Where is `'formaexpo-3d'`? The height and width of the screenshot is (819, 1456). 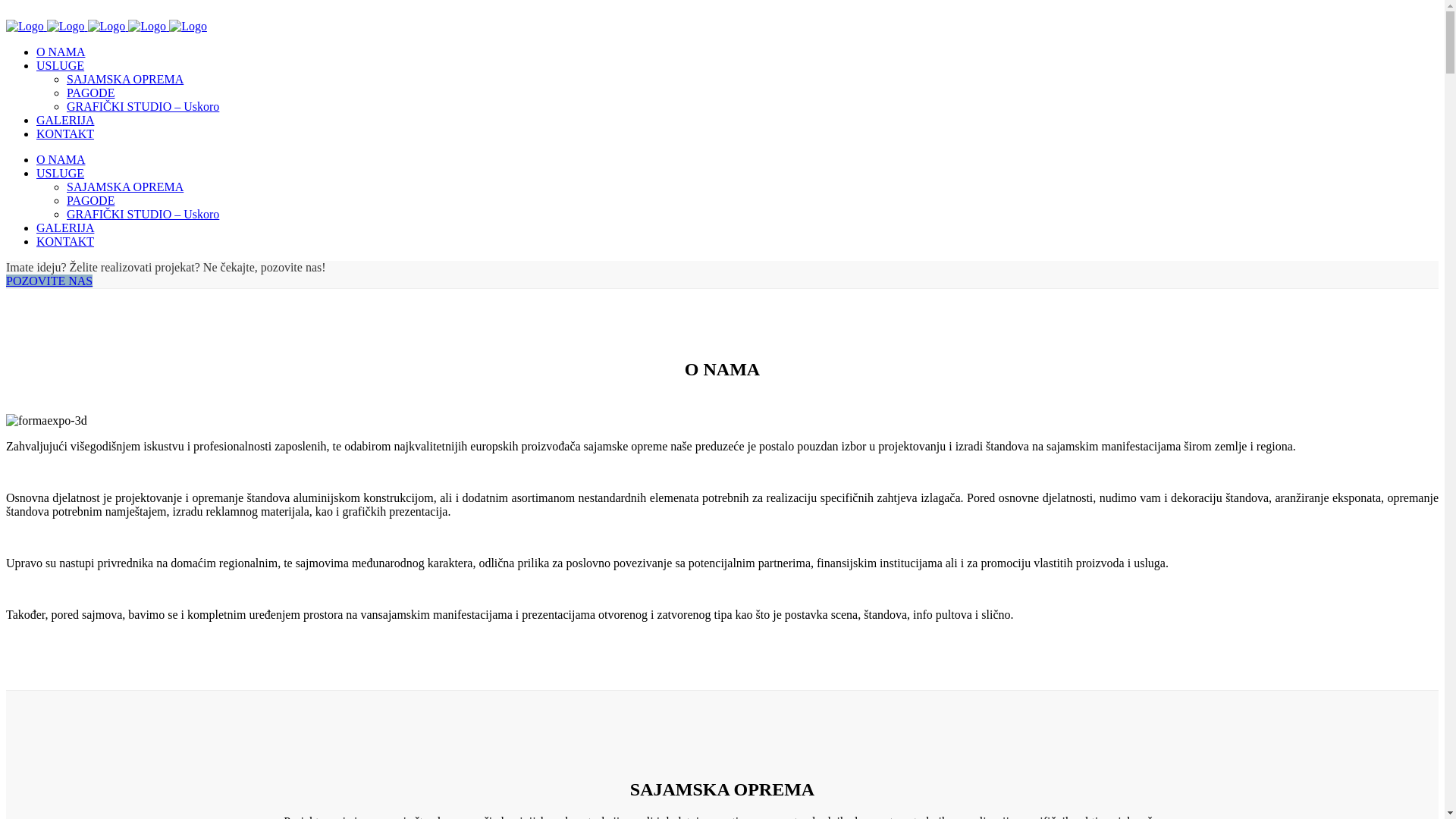 'formaexpo-3d' is located at coordinates (46, 421).